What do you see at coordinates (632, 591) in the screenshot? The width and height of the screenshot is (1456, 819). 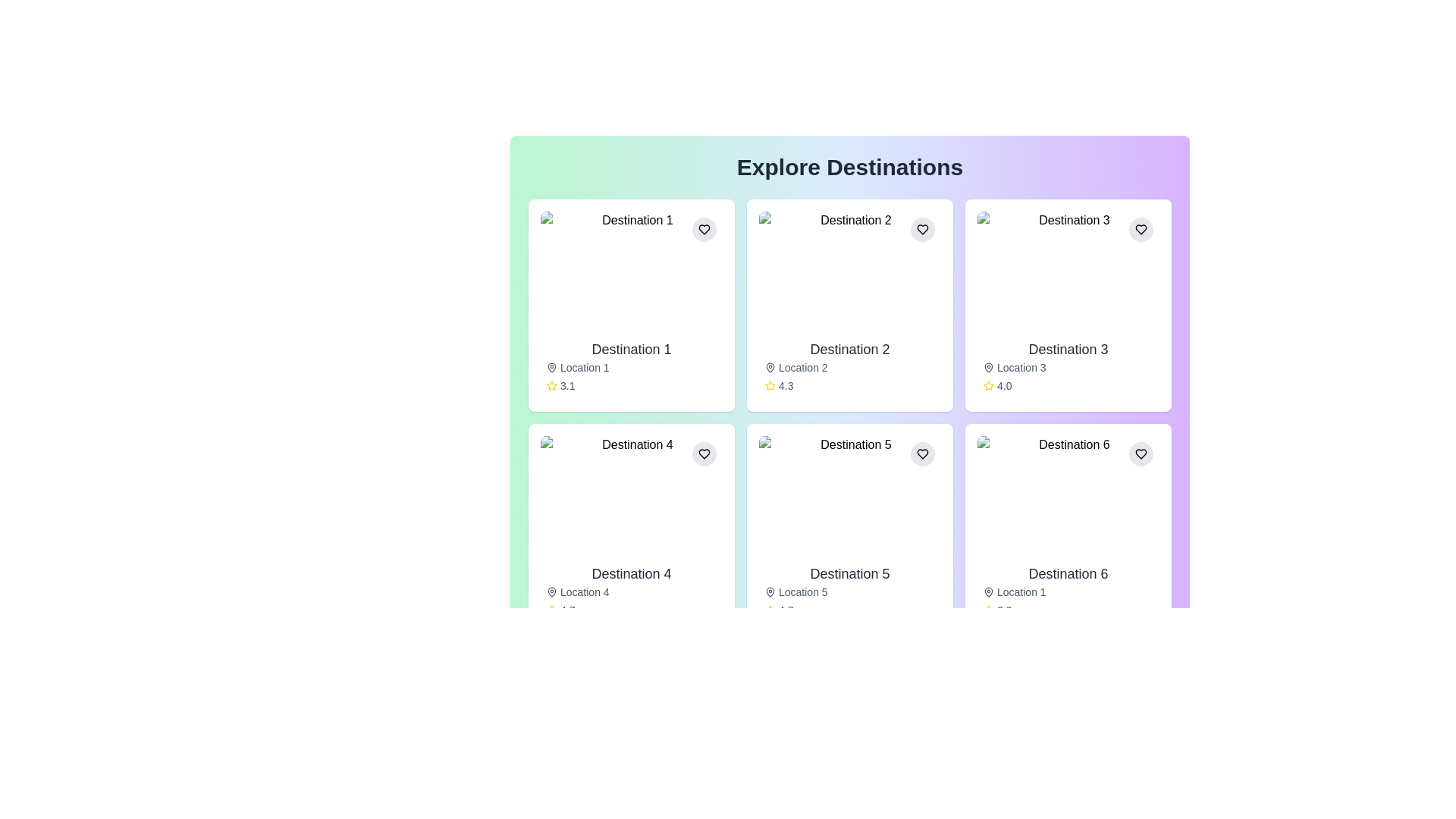 I see `the associated map pin icon next to the 'Location 4' text label within the 'Destination 4' card` at bounding box center [632, 591].